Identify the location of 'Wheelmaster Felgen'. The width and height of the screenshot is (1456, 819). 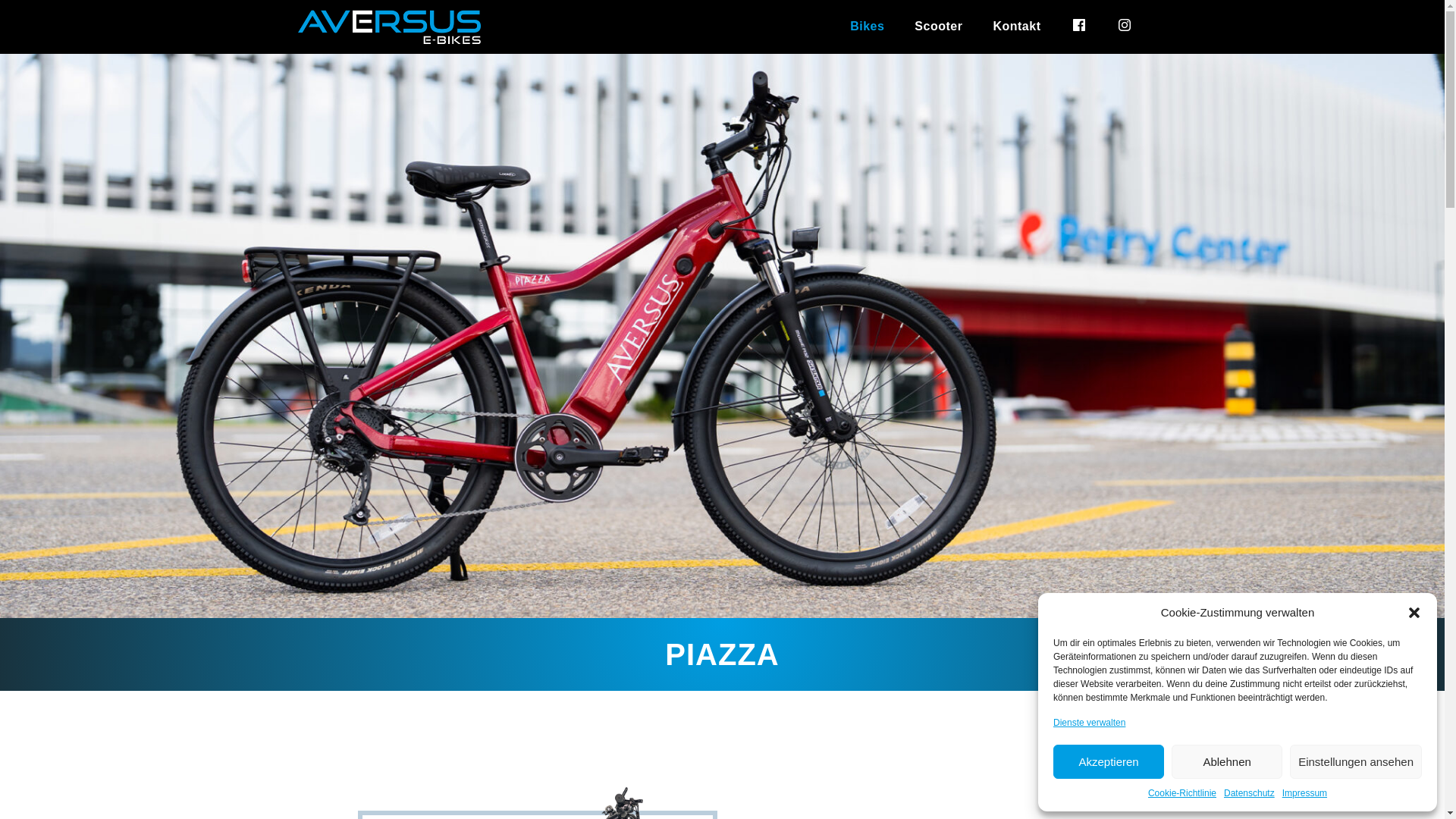
(388, 27).